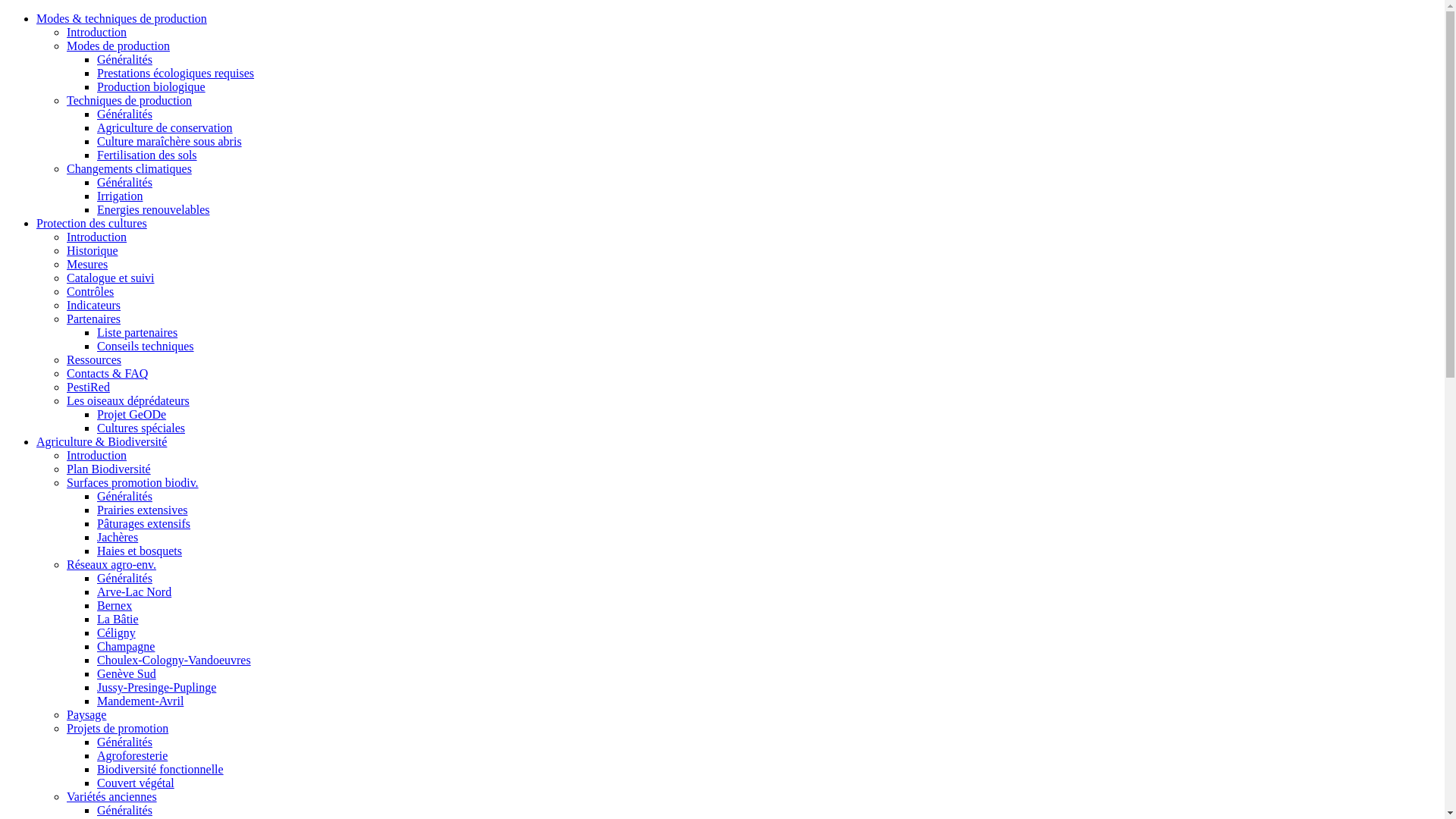 Image resolution: width=1456 pixels, height=819 pixels. What do you see at coordinates (134, 591) in the screenshot?
I see `'Arve-Lac Nord'` at bounding box center [134, 591].